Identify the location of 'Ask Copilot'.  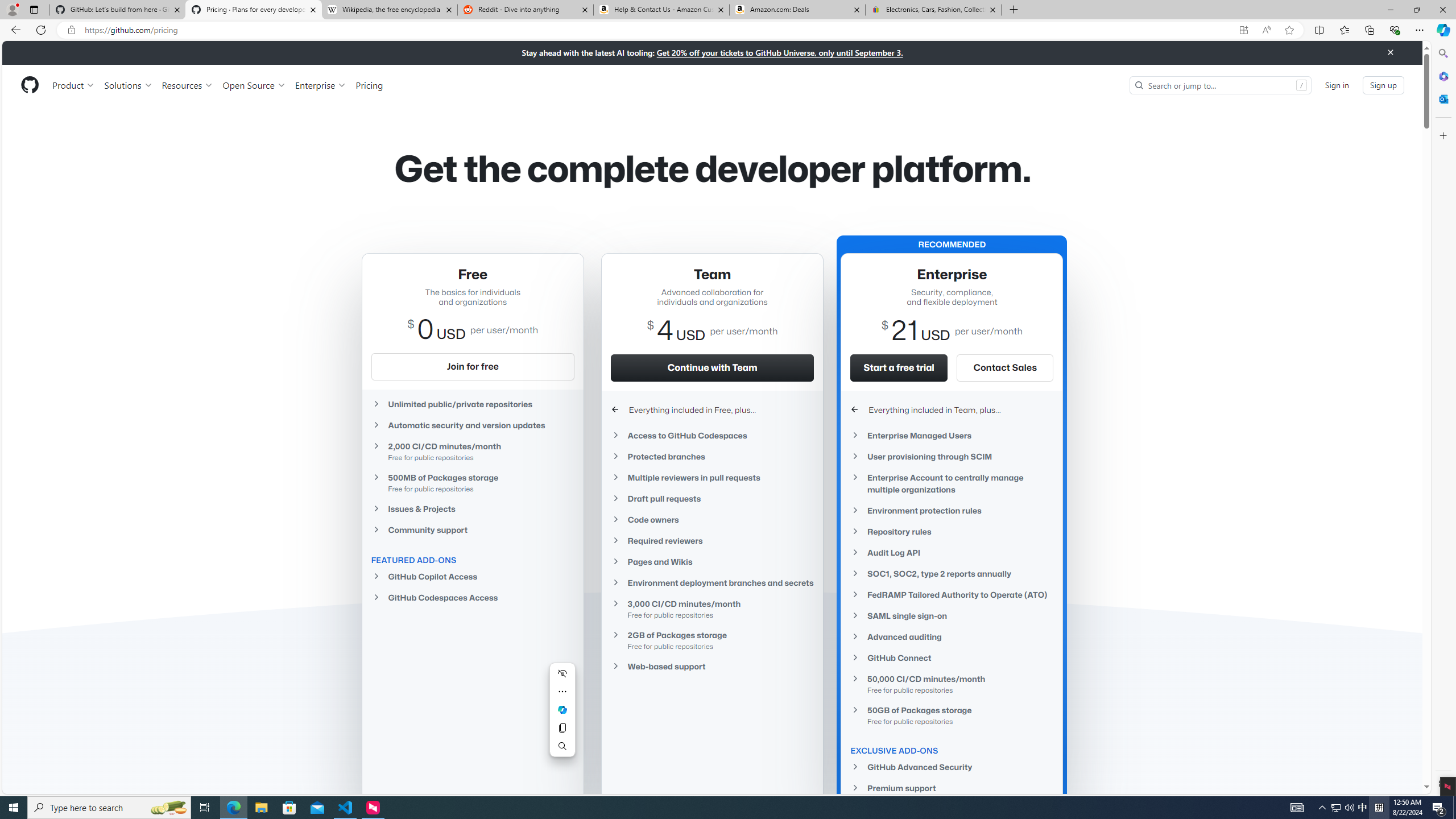
(562, 710).